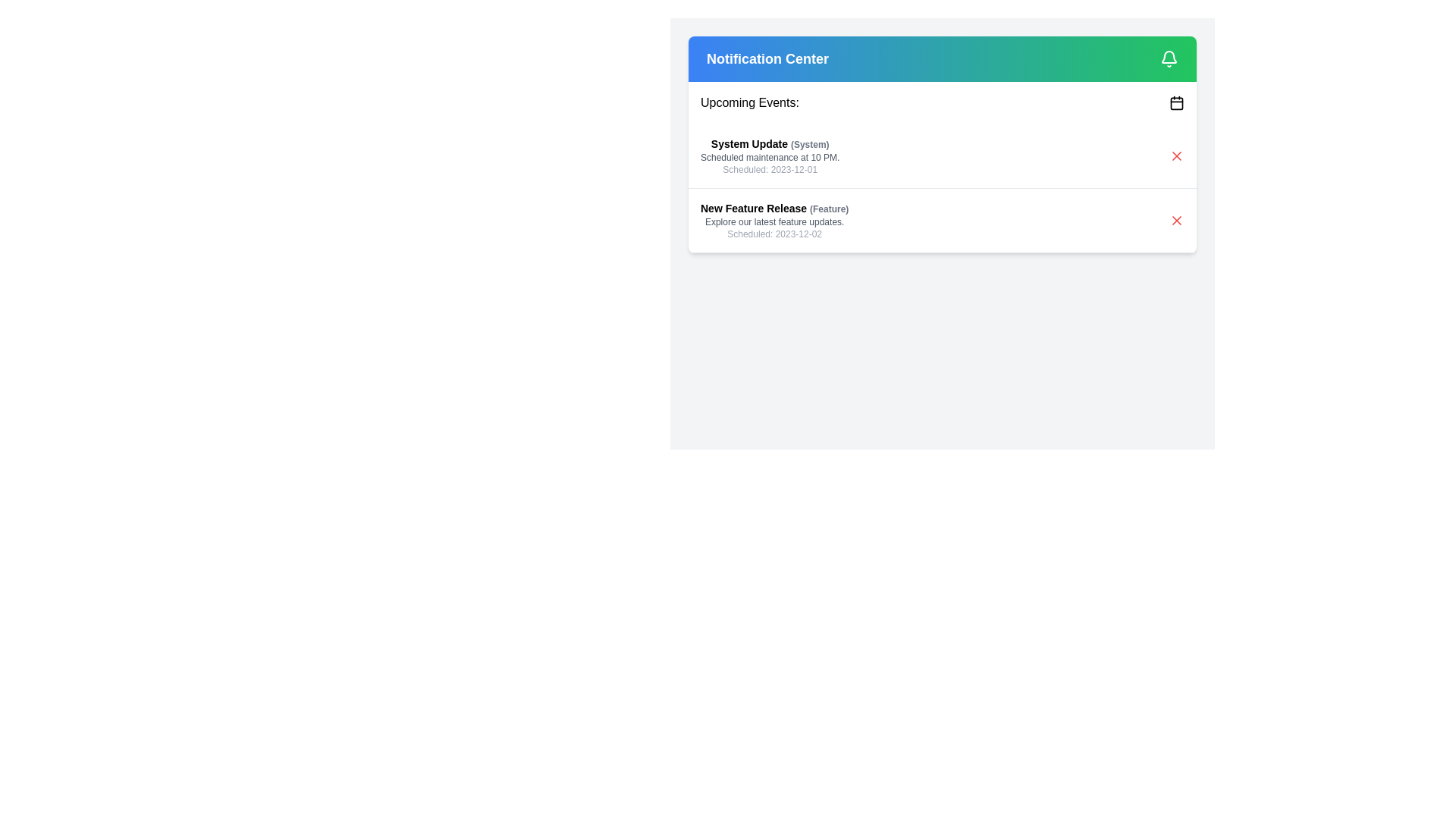  Describe the element at coordinates (1168, 58) in the screenshot. I see `the notification icon located on the right side of the 'Notification Center' section, which serves` at that location.